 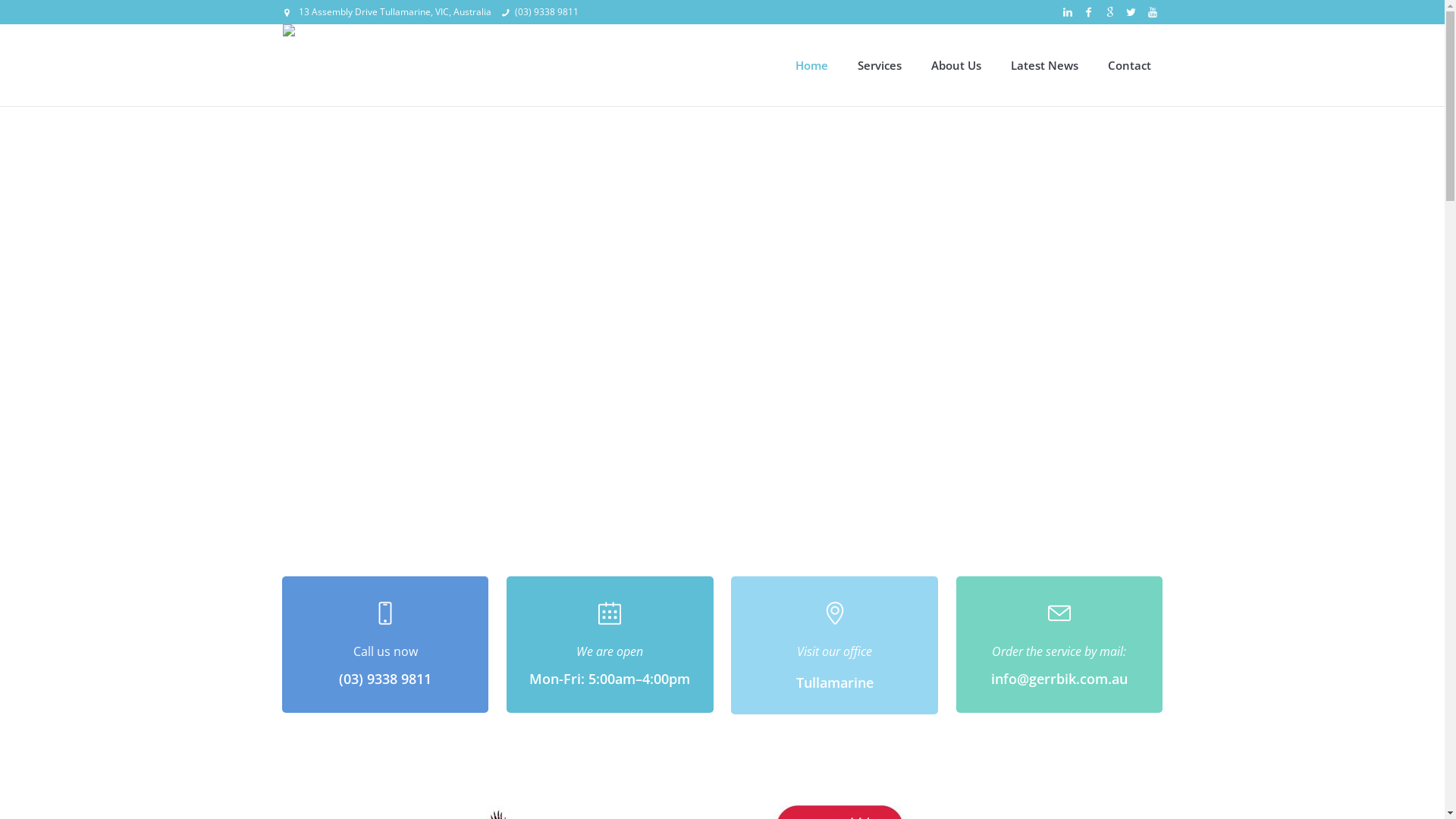 I want to click on 'info@gerrbik.com.au', so click(x=1058, y=677).